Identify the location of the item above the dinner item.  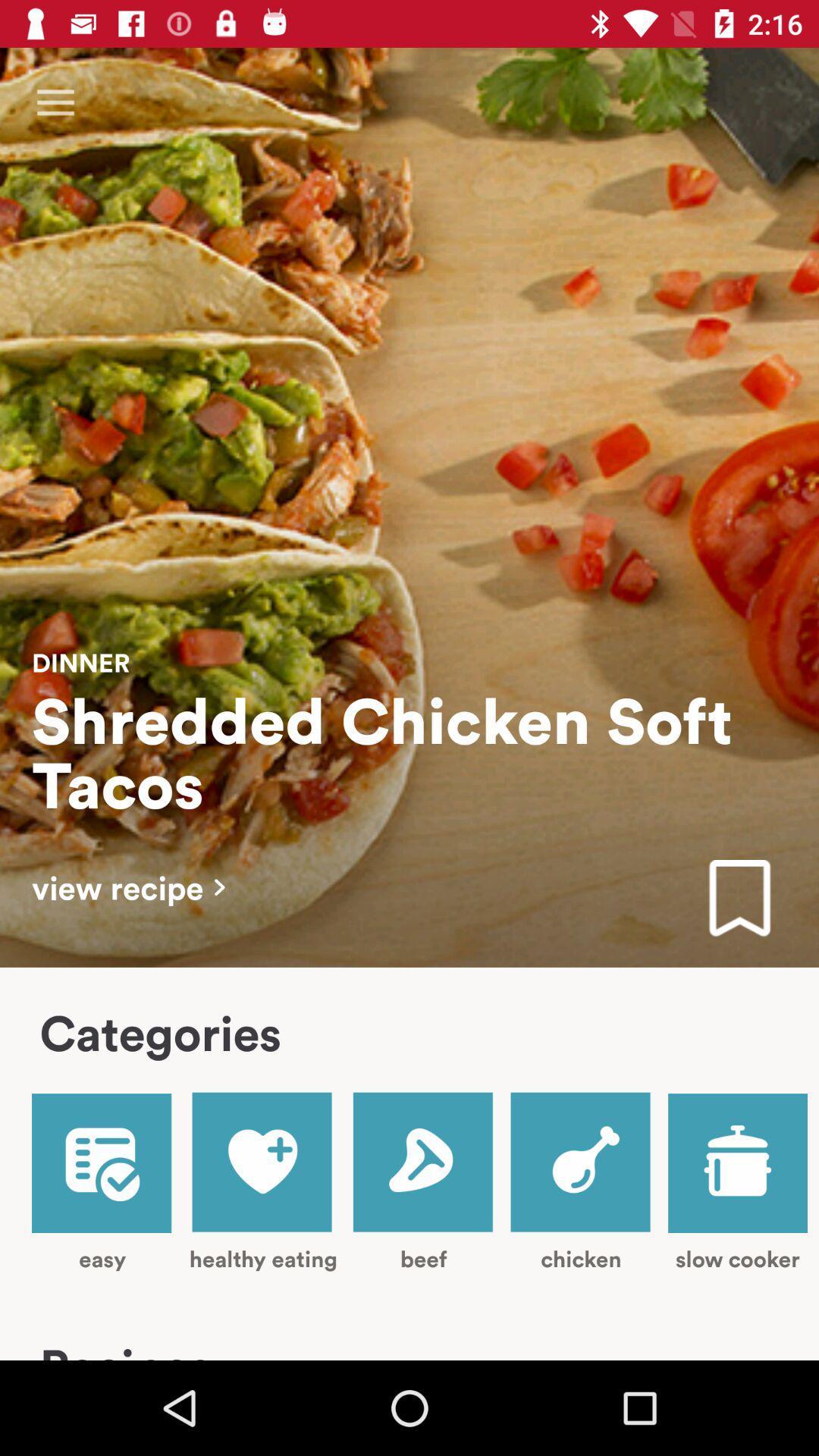
(55, 102).